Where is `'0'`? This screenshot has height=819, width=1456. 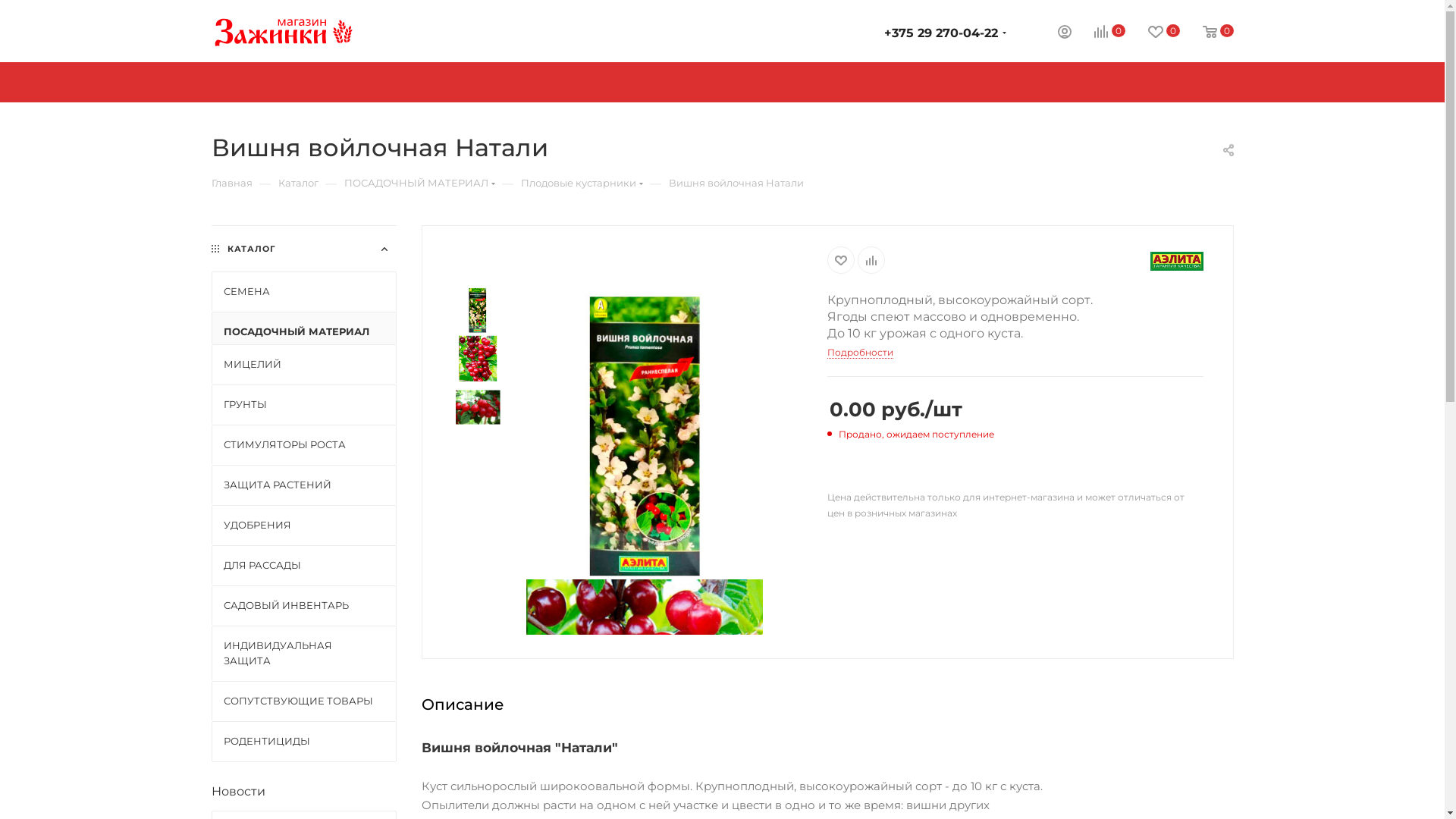 '0' is located at coordinates (1206, 32).